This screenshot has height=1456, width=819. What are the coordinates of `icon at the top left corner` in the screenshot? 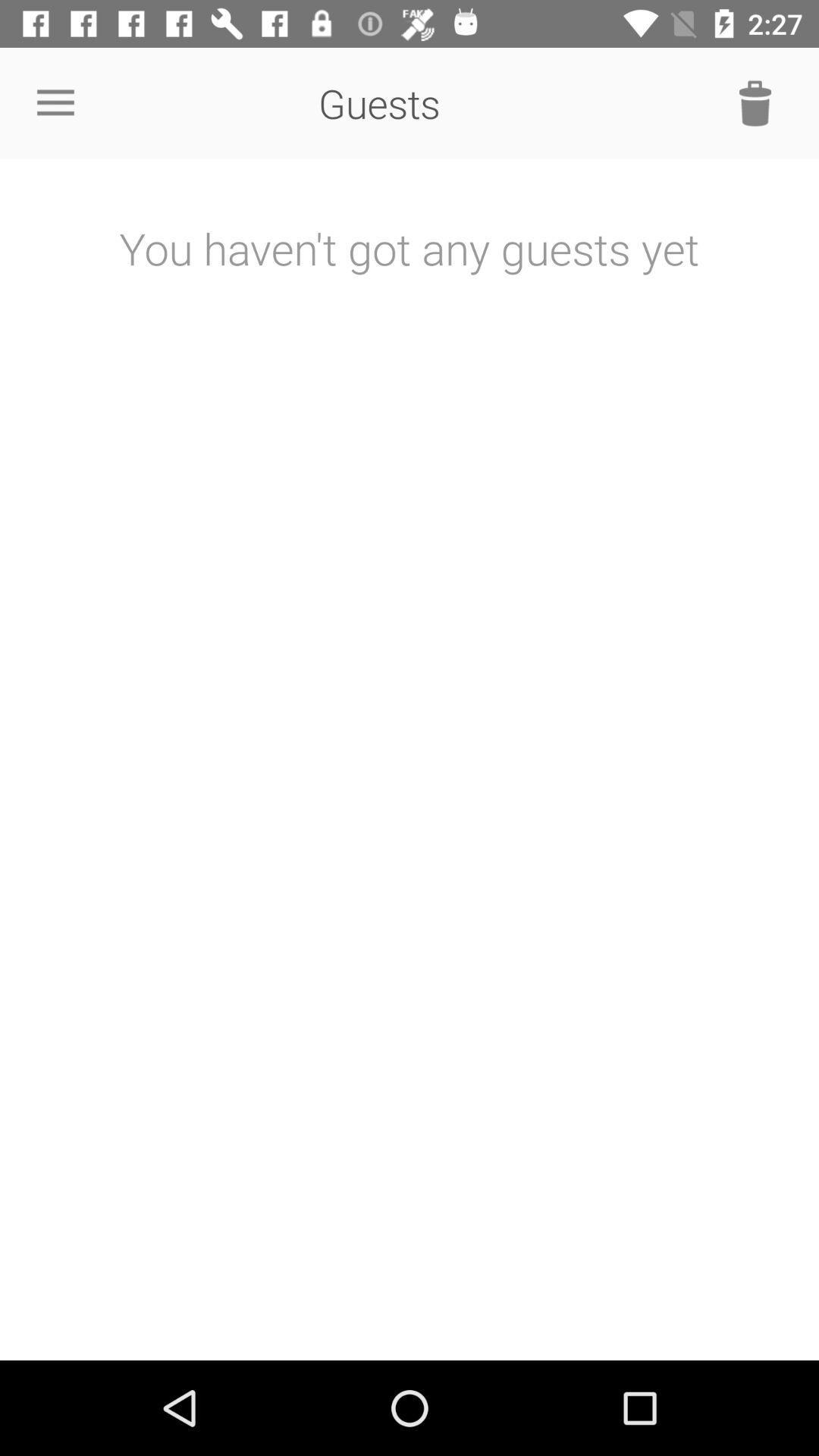 It's located at (55, 102).